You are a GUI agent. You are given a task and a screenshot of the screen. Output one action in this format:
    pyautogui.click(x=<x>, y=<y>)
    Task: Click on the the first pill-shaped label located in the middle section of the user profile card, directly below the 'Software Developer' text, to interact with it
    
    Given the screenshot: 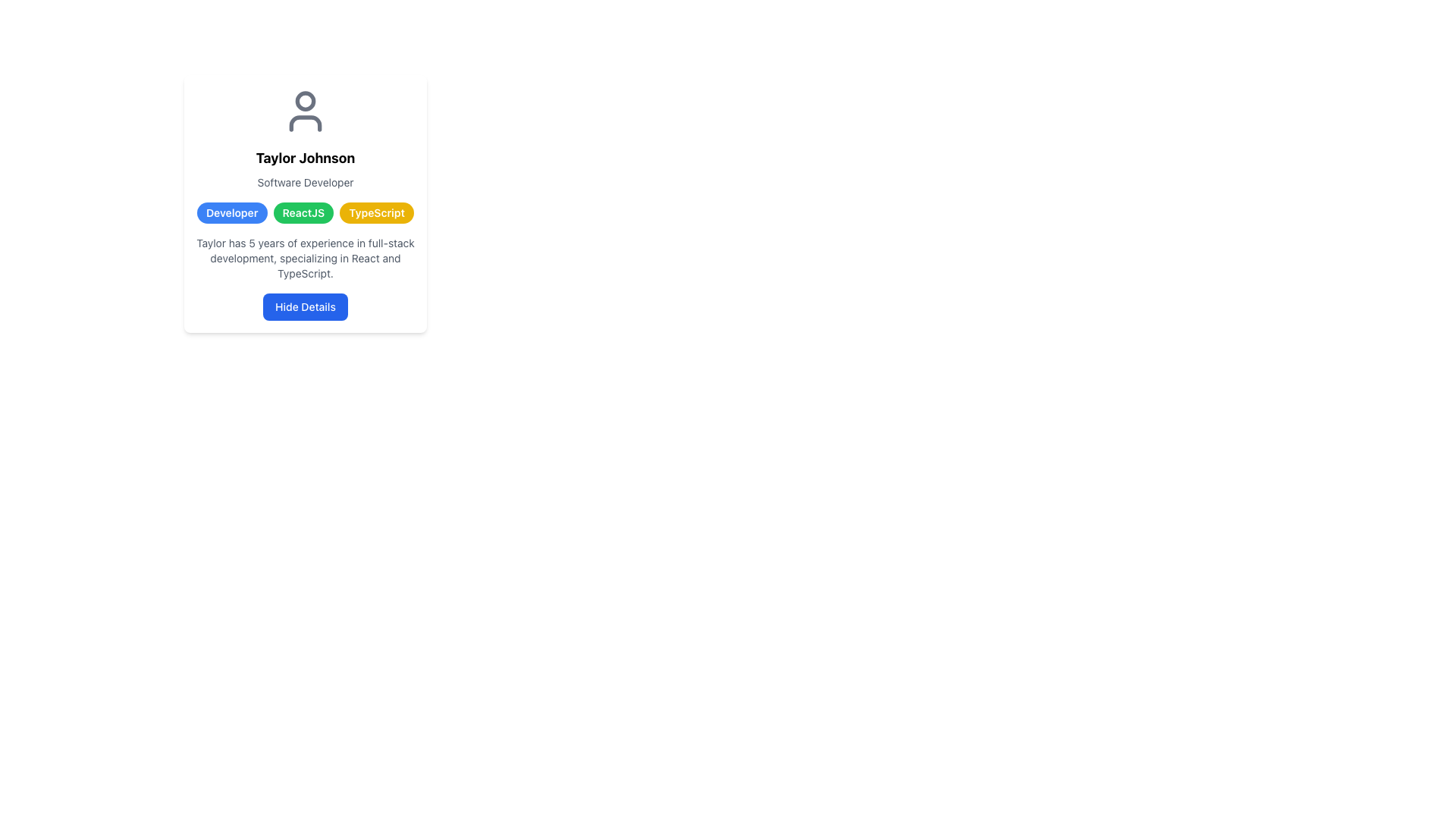 What is the action you would take?
    pyautogui.click(x=231, y=213)
    